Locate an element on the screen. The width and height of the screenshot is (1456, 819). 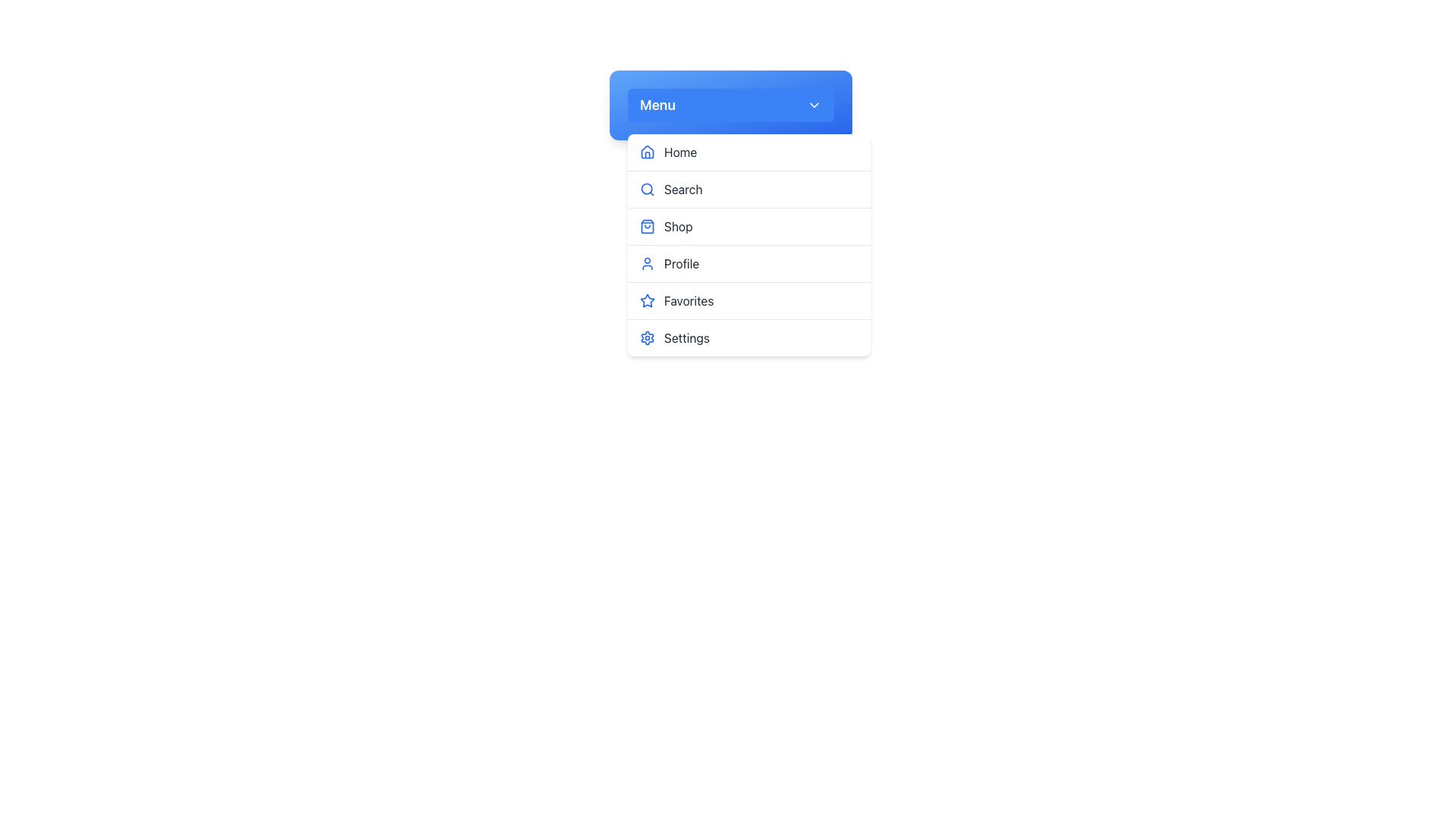
the 'Home' text label in the dropdown menu is located at coordinates (679, 152).